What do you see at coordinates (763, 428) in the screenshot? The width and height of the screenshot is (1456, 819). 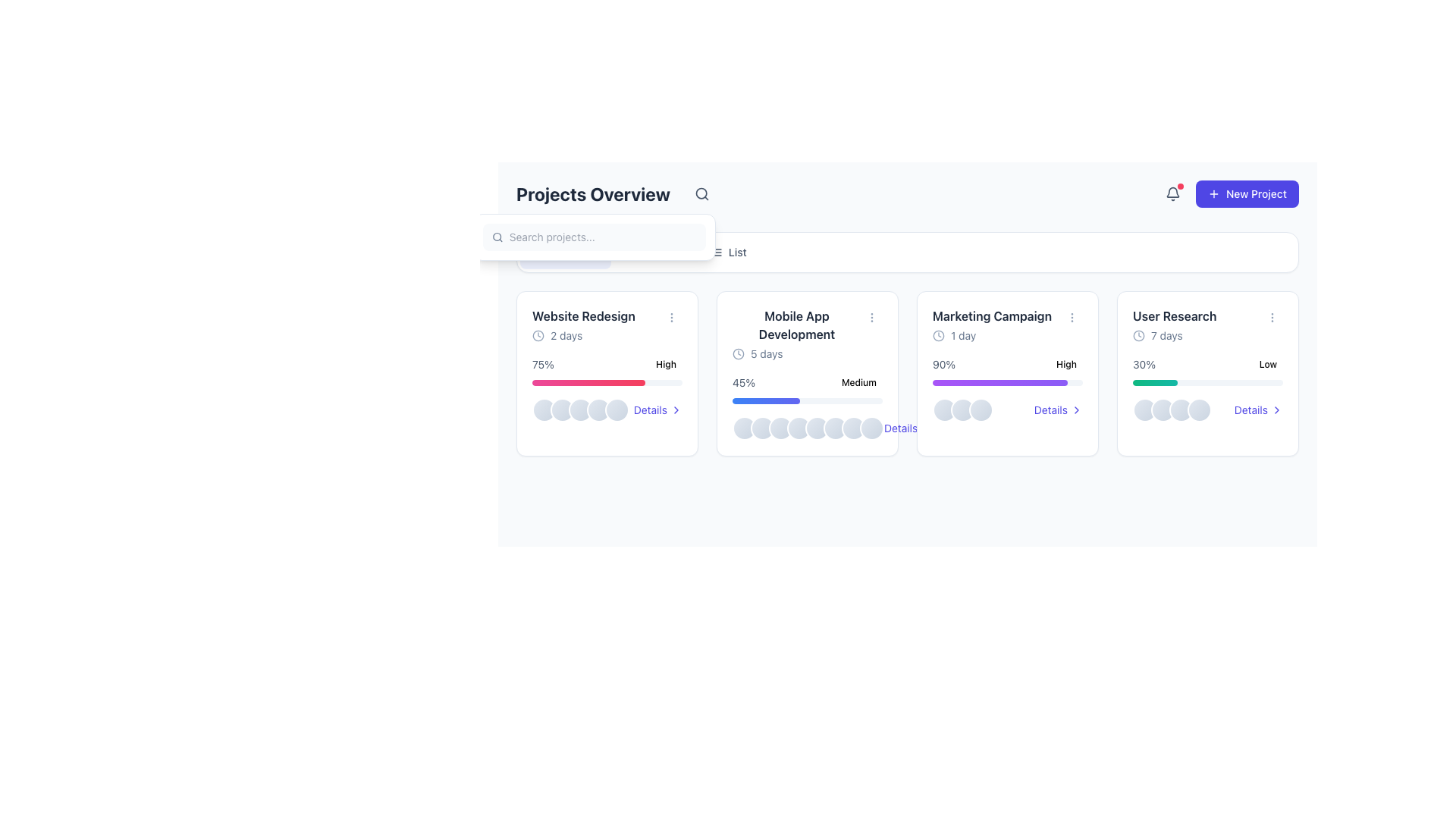 I see `the second circular indicator in the row beneath the 'Mobile App Development' card, which has a gradient background and a white outline` at bounding box center [763, 428].